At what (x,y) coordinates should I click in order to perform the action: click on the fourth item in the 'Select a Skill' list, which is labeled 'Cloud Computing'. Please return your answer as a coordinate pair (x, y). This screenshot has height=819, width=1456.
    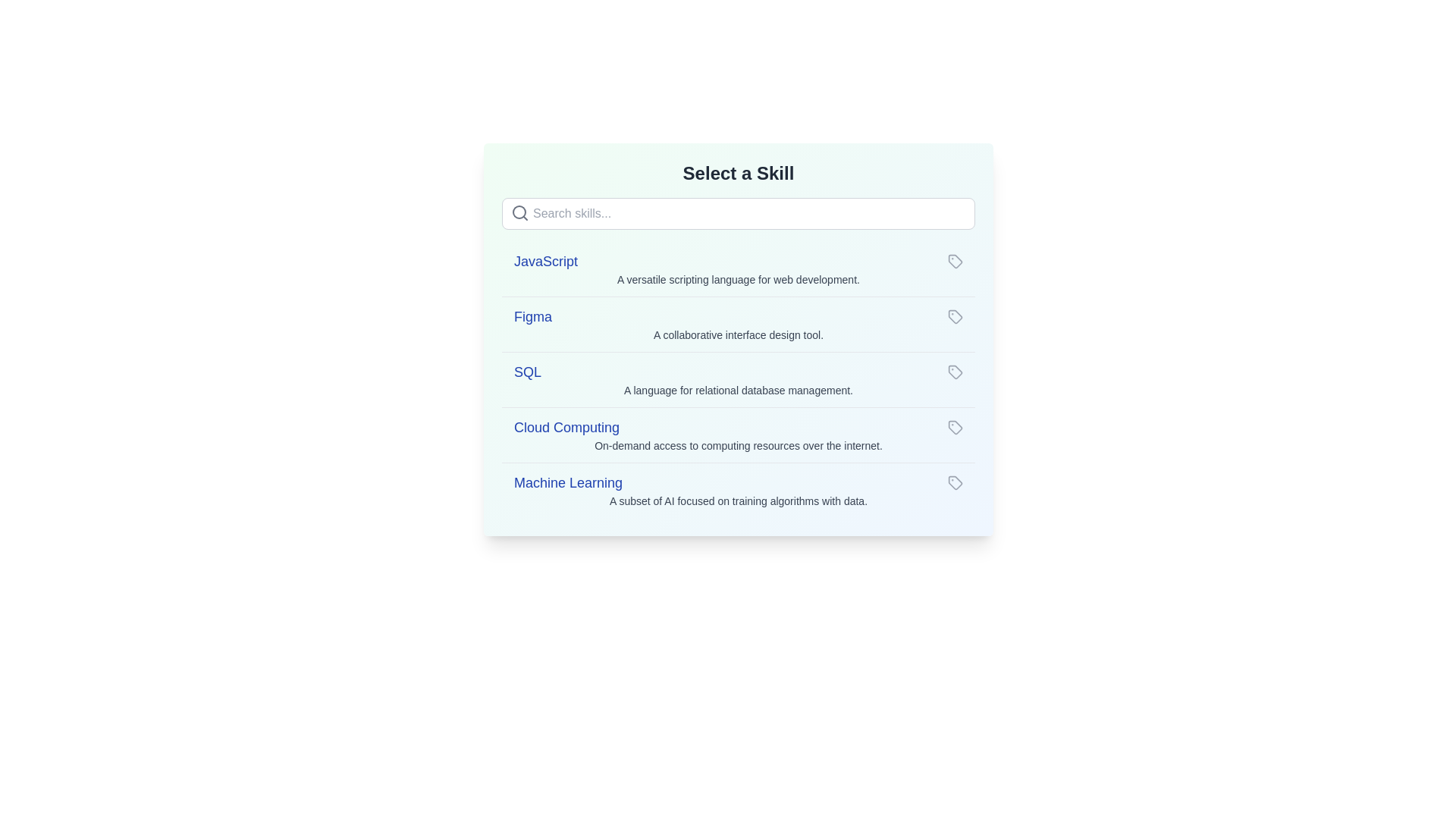
    Looking at the image, I should click on (739, 427).